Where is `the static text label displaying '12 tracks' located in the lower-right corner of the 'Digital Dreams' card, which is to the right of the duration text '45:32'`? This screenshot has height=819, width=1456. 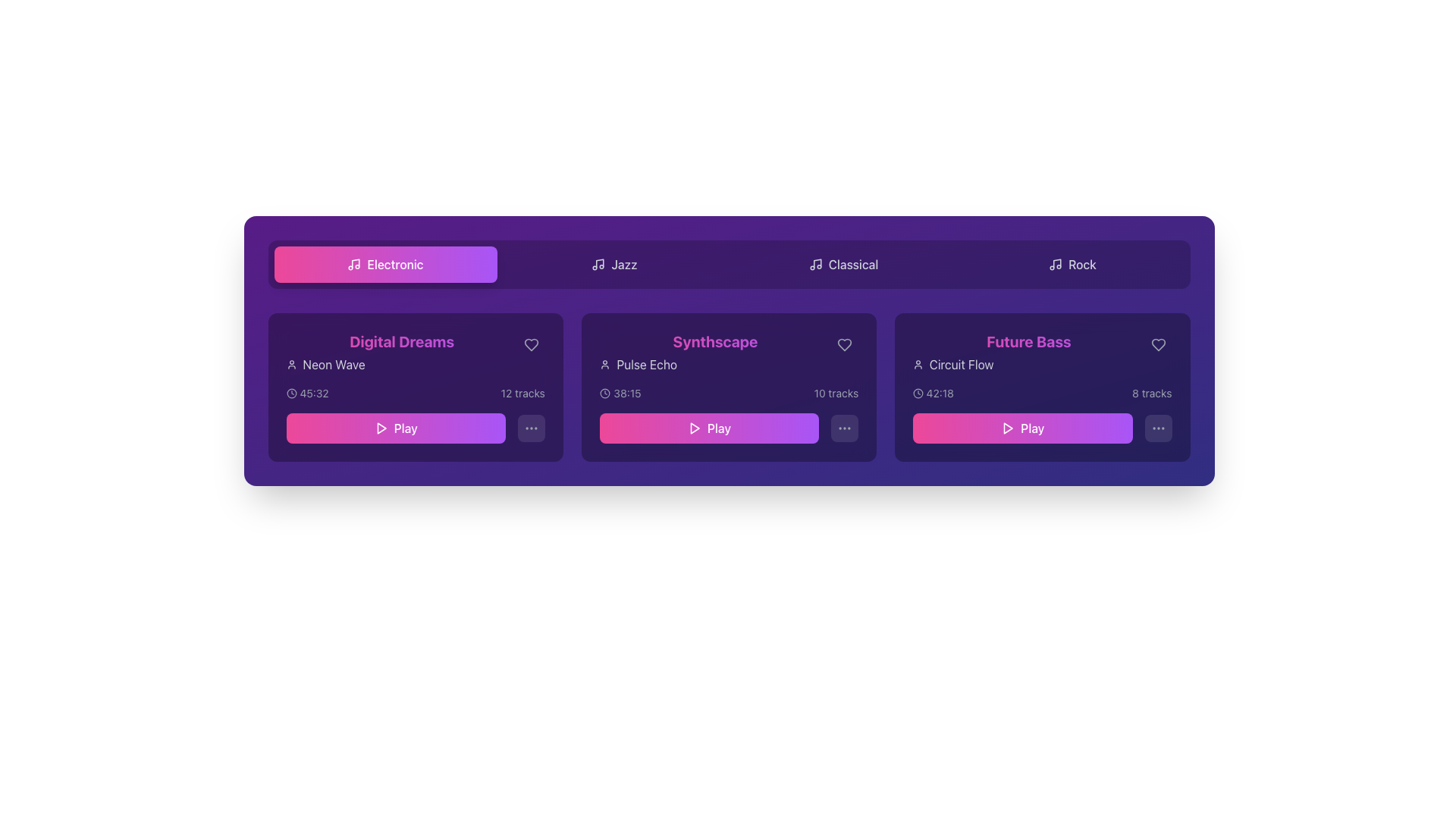 the static text label displaying '12 tracks' located in the lower-right corner of the 'Digital Dreams' card, which is to the right of the duration text '45:32' is located at coordinates (522, 393).